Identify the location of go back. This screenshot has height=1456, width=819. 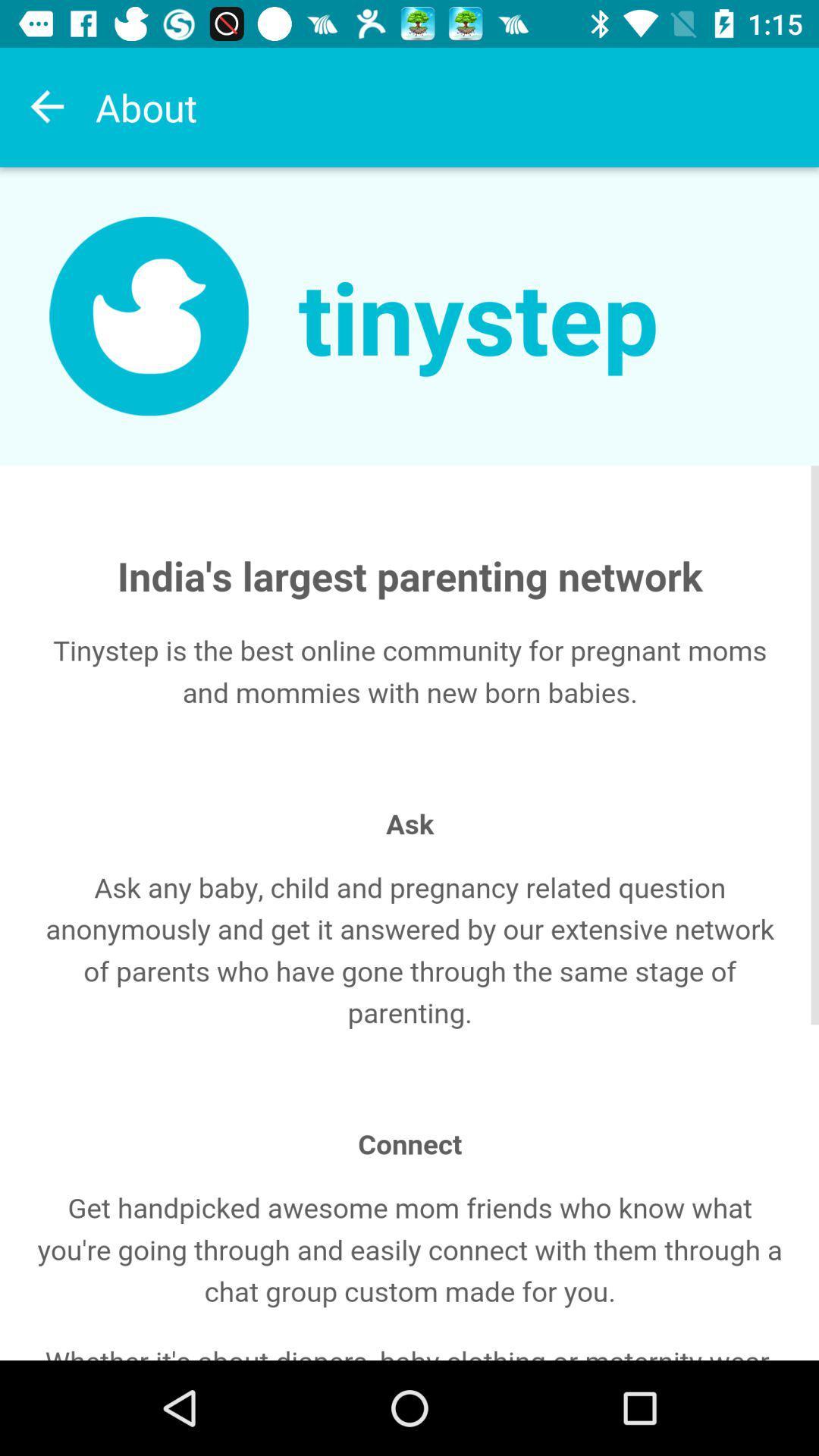
(46, 106).